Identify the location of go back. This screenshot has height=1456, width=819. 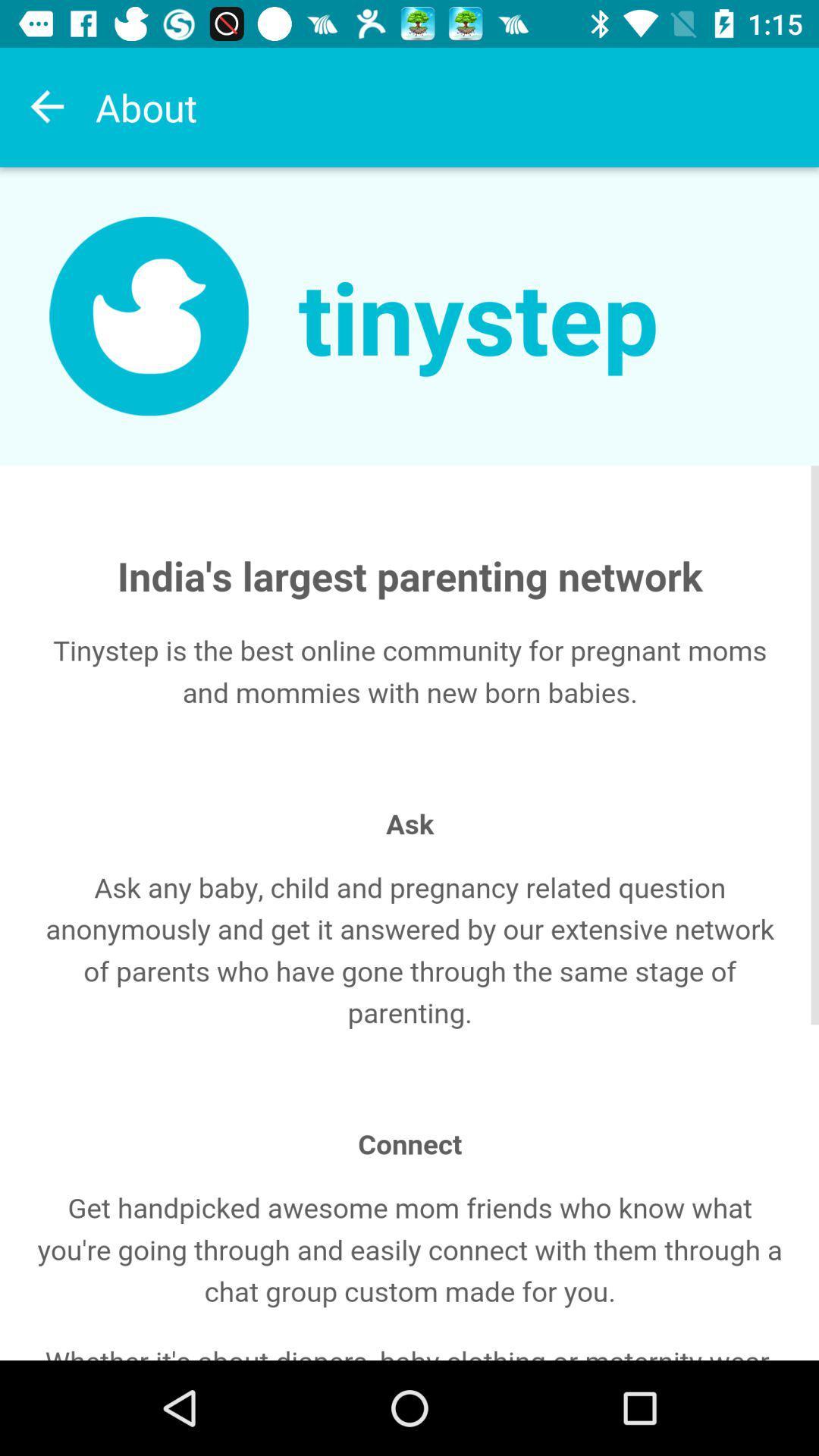
(46, 106).